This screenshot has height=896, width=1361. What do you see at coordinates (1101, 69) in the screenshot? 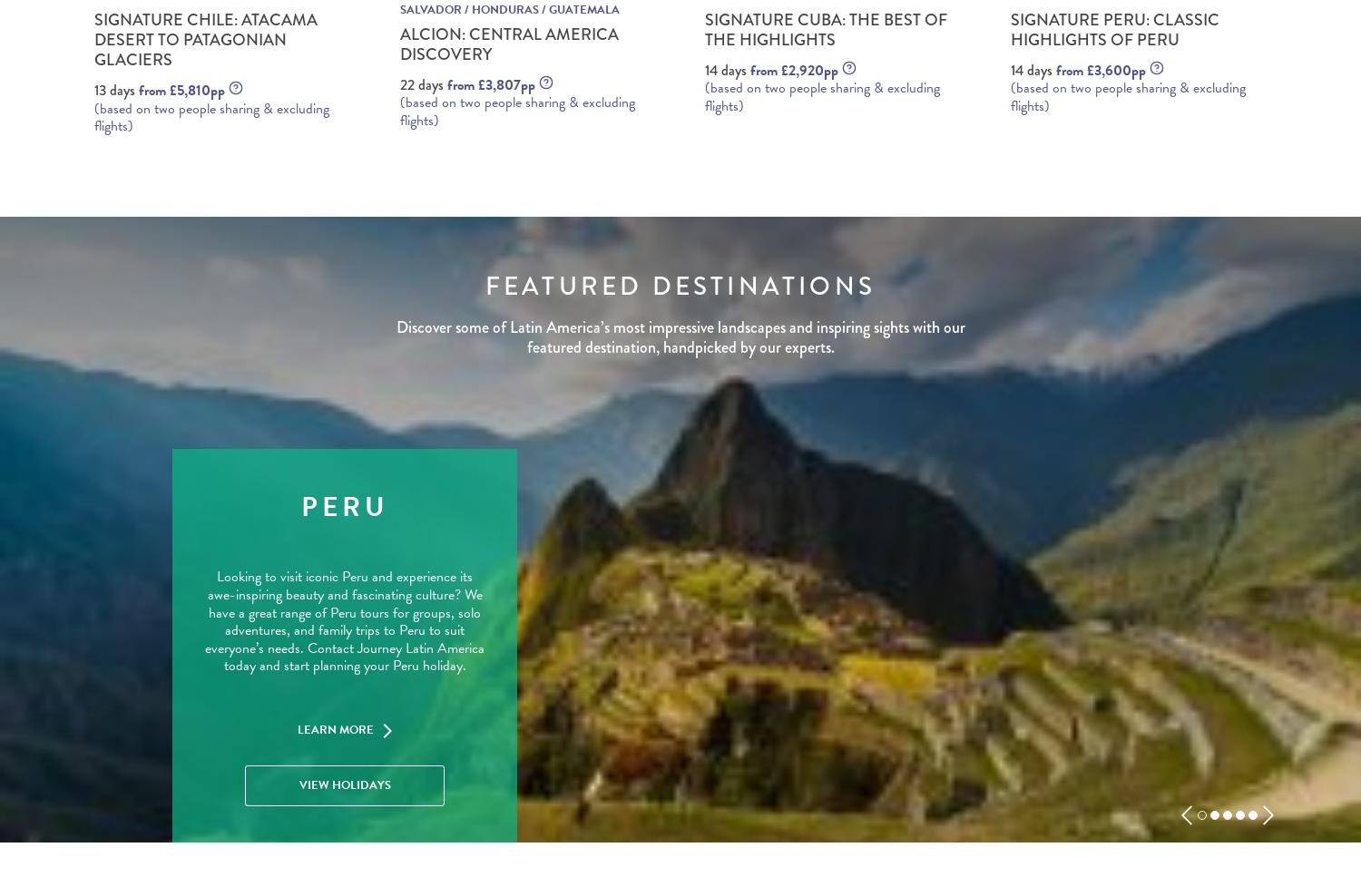
I see `'from £3,600pp'` at bounding box center [1101, 69].